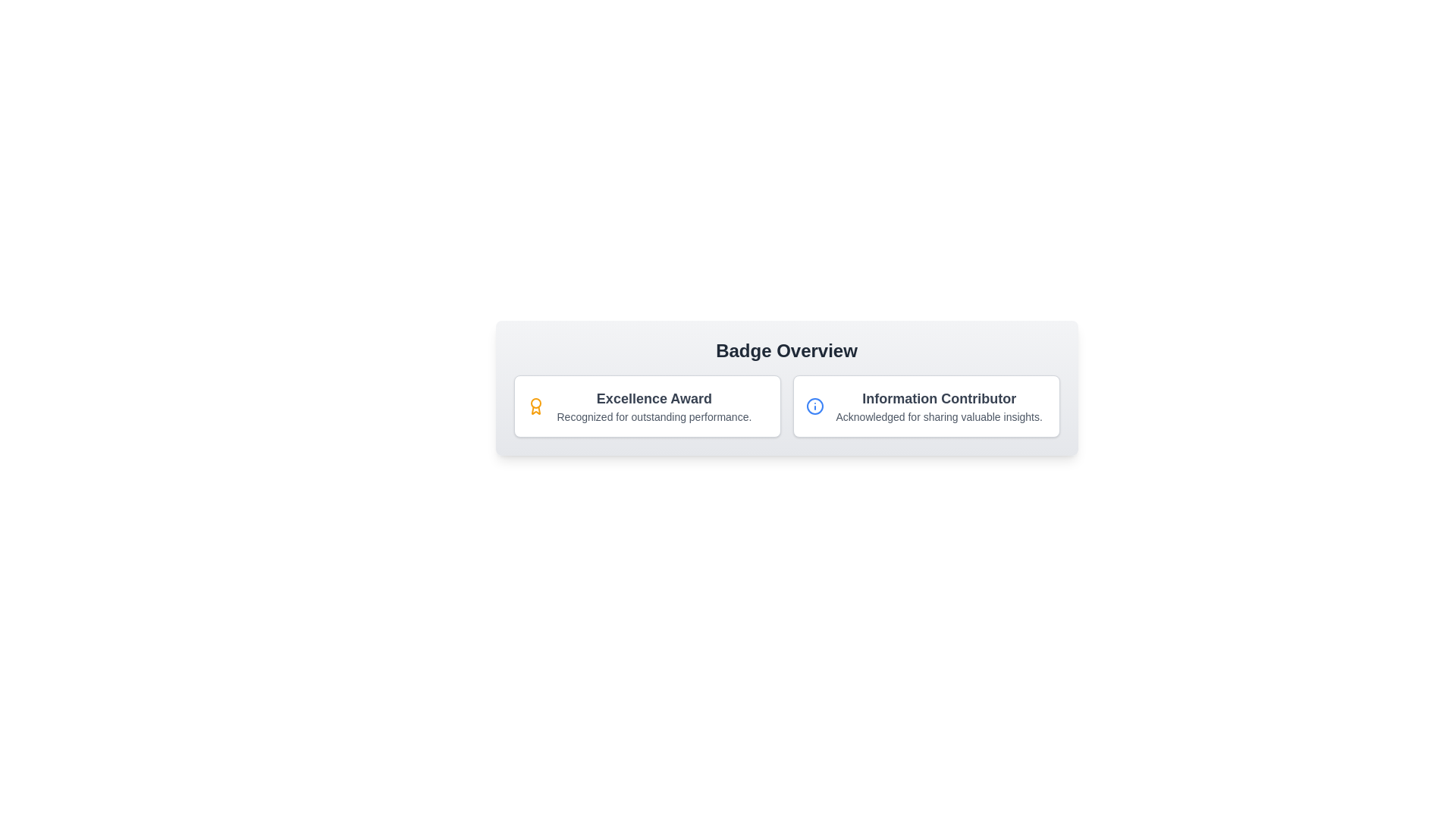 The width and height of the screenshot is (1456, 819). What do you see at coordinates (654, 417) in the screenshot?
I see `descriptive text about the 'Excellence Award' badge, which is located below the main title within the badge card` at bounding box center [654, 417].